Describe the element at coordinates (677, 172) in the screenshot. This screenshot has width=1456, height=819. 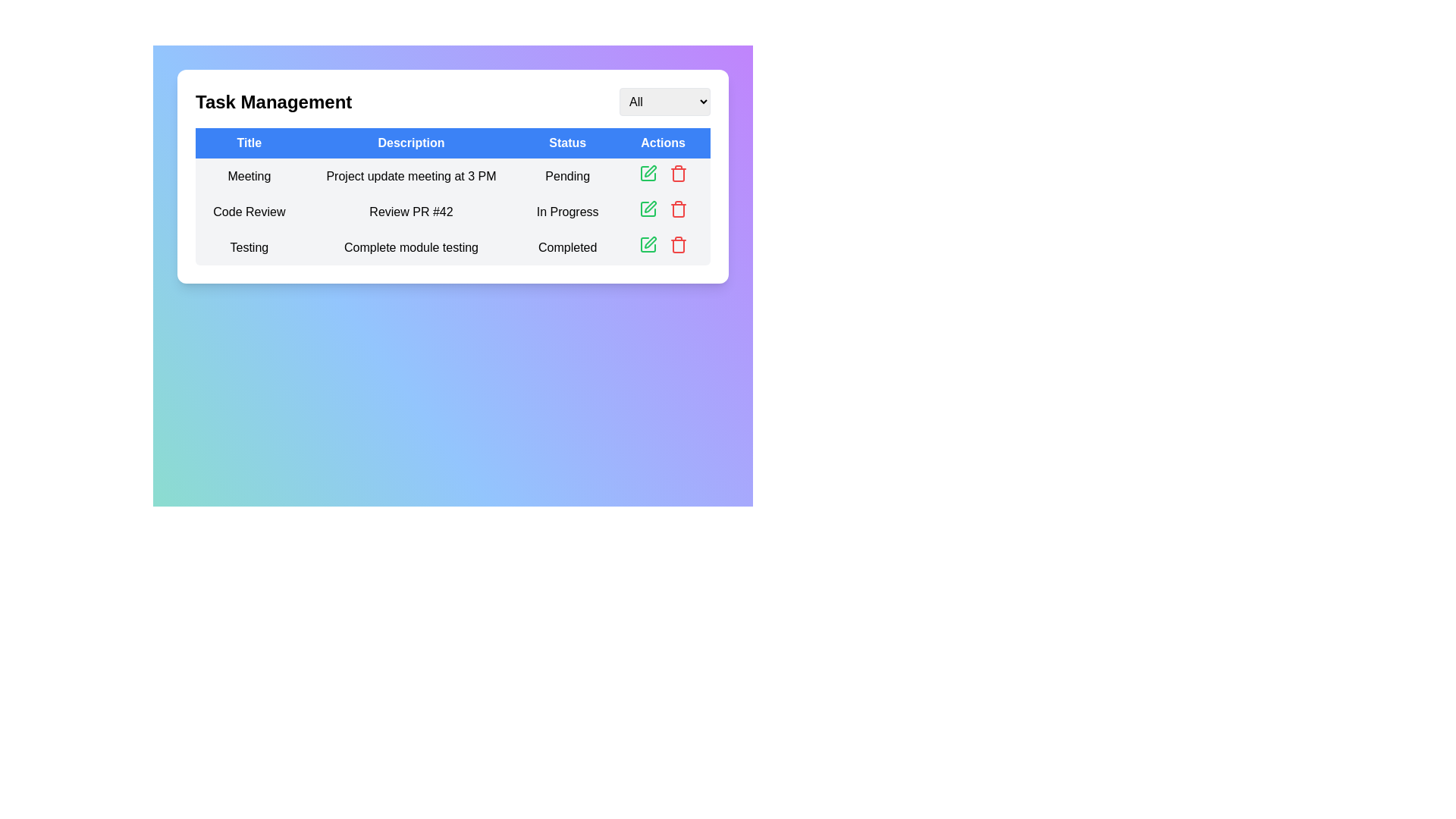
I see `the red-colored trash bin icon used for deleting purposes, located at the right-most end of a row of action icons in the Actions column of the table` at that location.